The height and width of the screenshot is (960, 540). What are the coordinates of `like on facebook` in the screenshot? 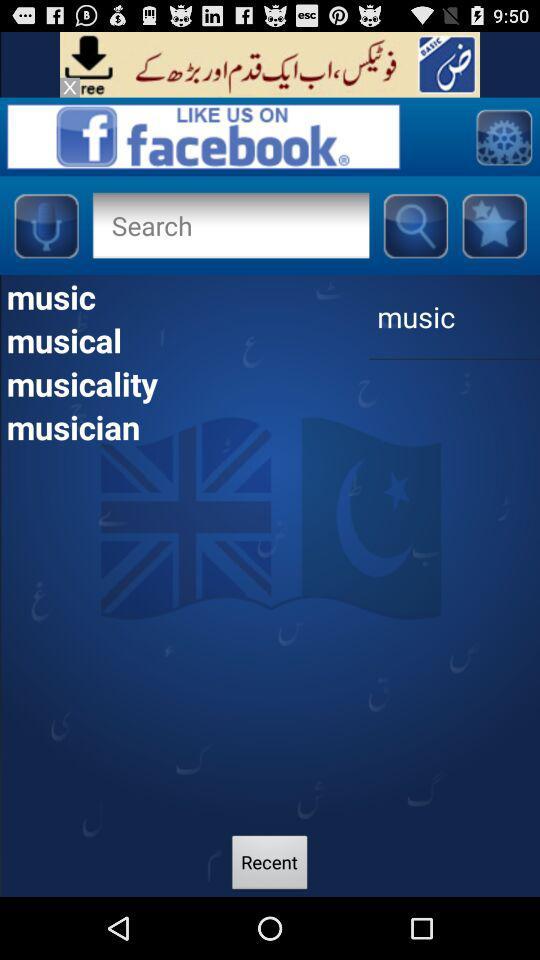 It's located at (202, 135).